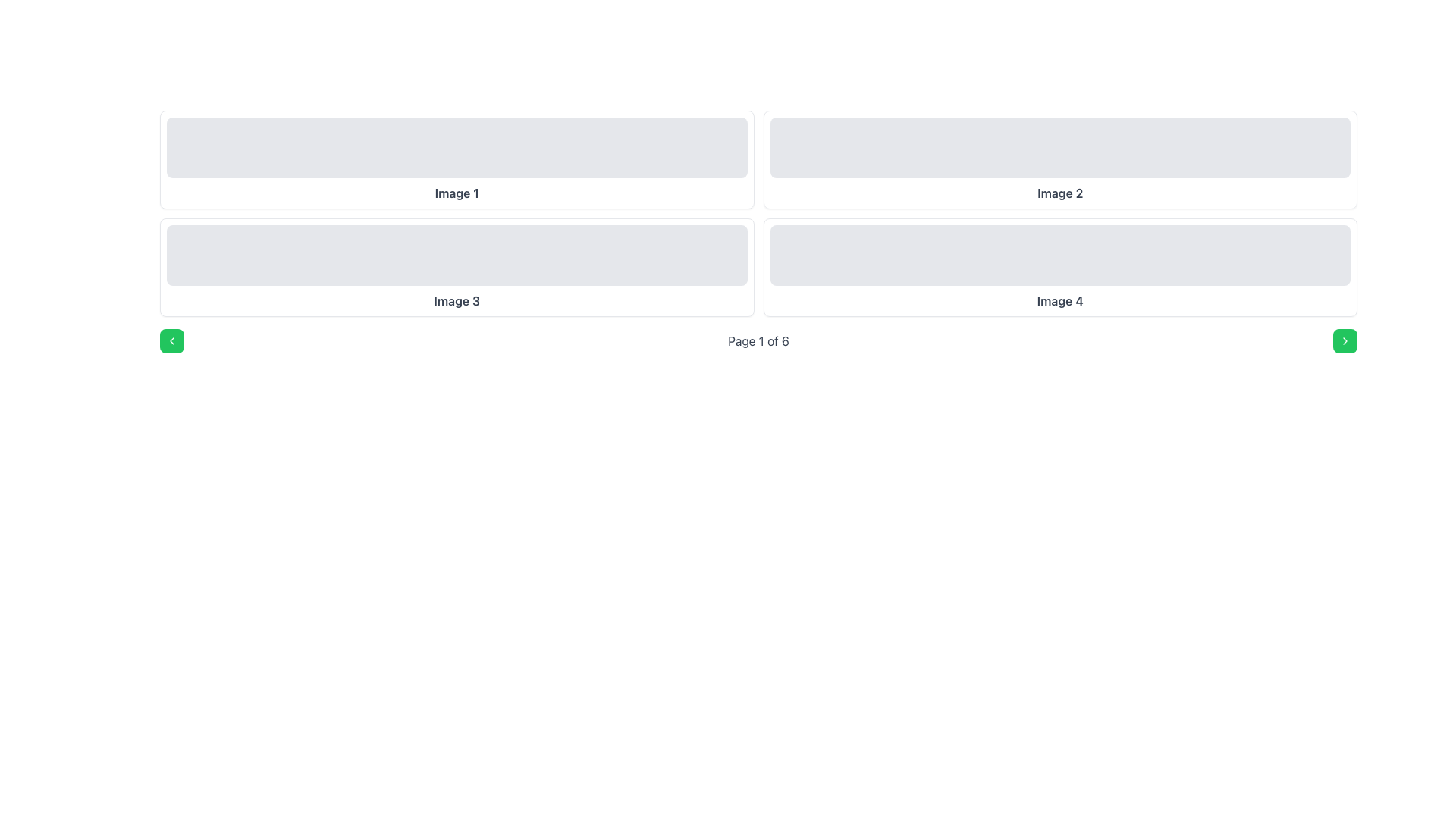 Image resolution: width=1456 pixels, height=819 pixels. I want to click on the navigation button located at the bottom right of the interface, after the text 'Page 1 of 6', so click(1345, 341).